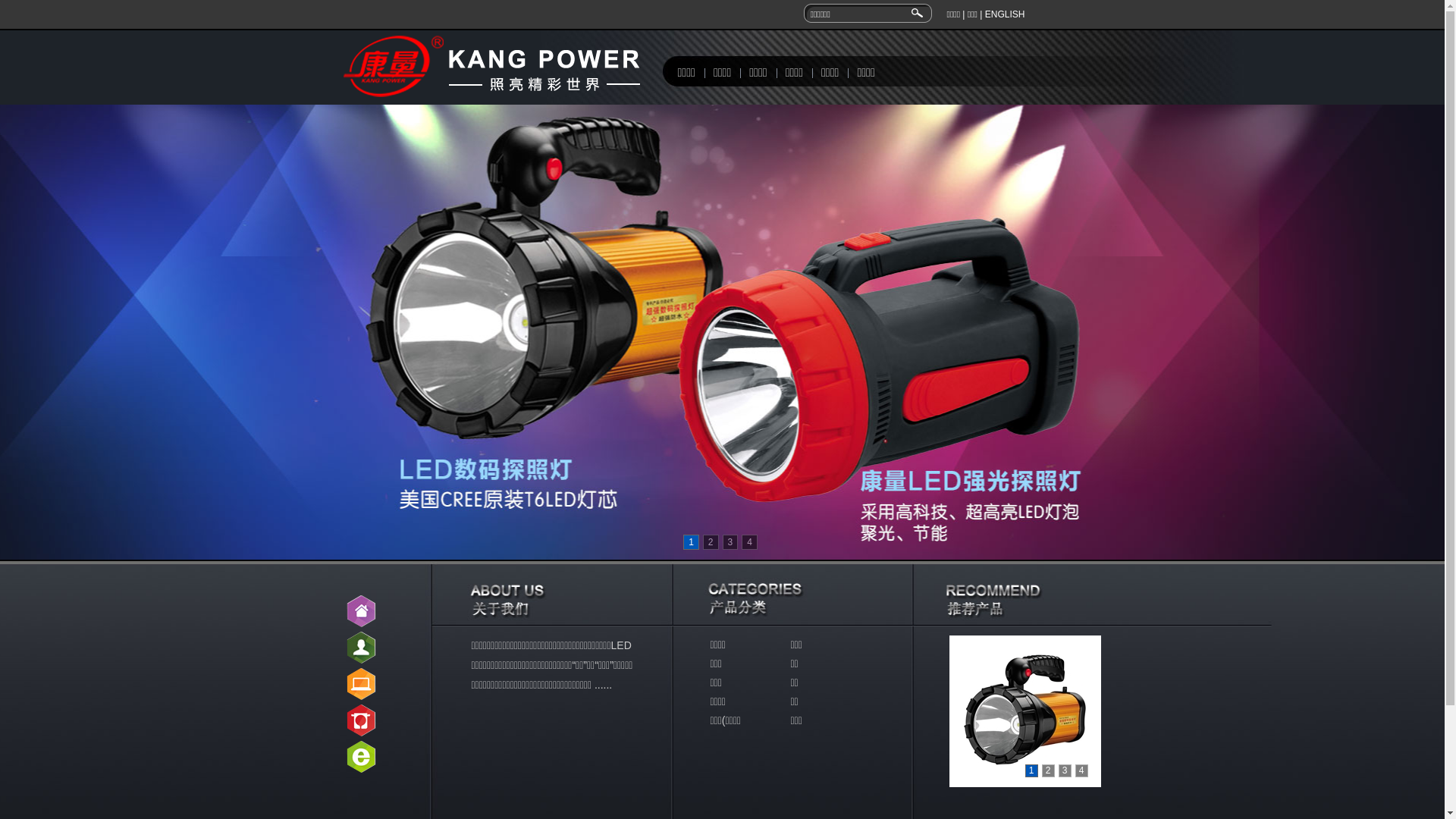  Describe the element at coordinates (710, 541) in the screenshot. I see `'2'` at that location.